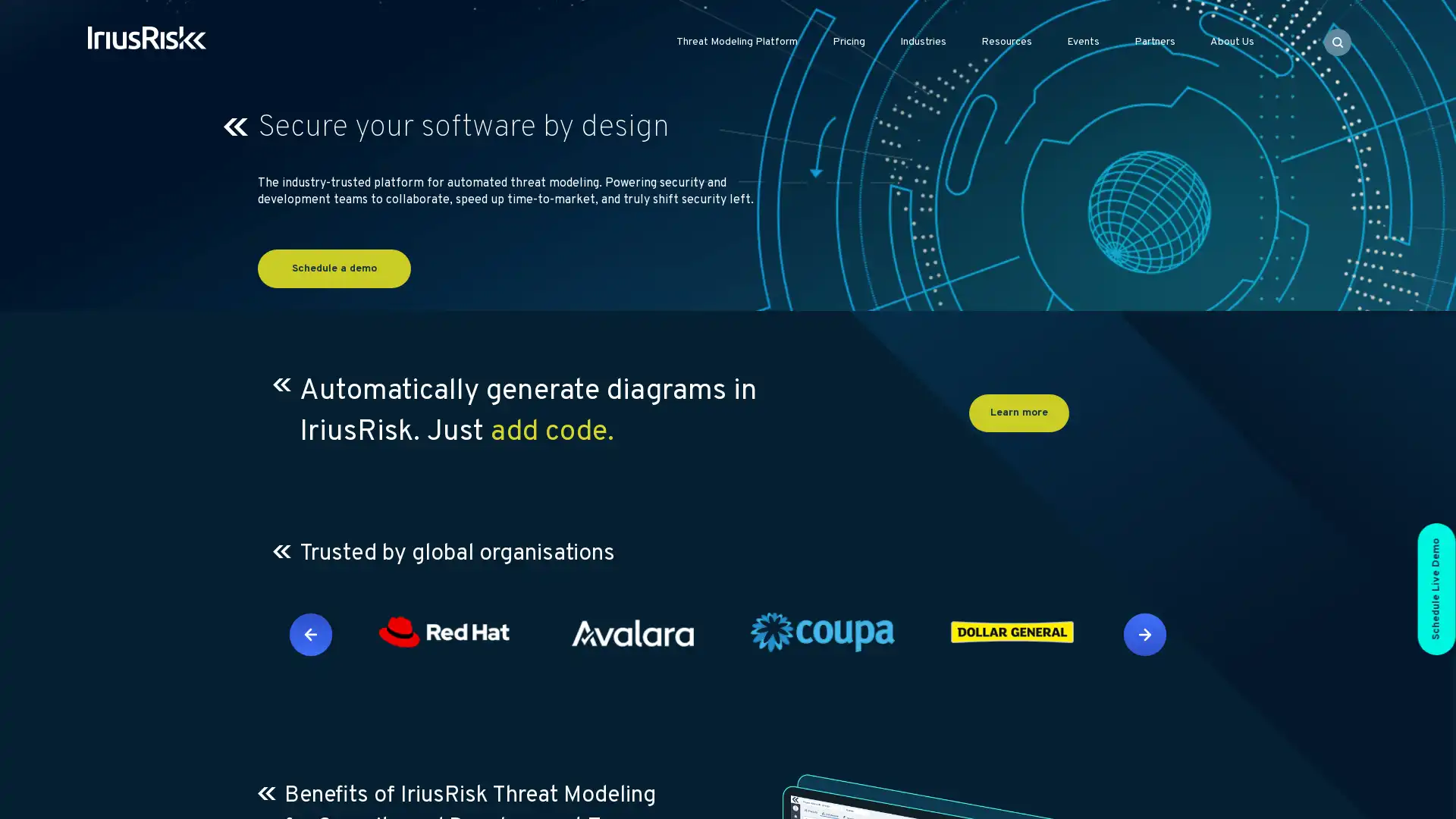 The width and height of the screenshot is (1456, 819). What do you see at coordinates (1145, 637) in the screenshot?
I see `Next slide` at bounding box center [1145, 637].